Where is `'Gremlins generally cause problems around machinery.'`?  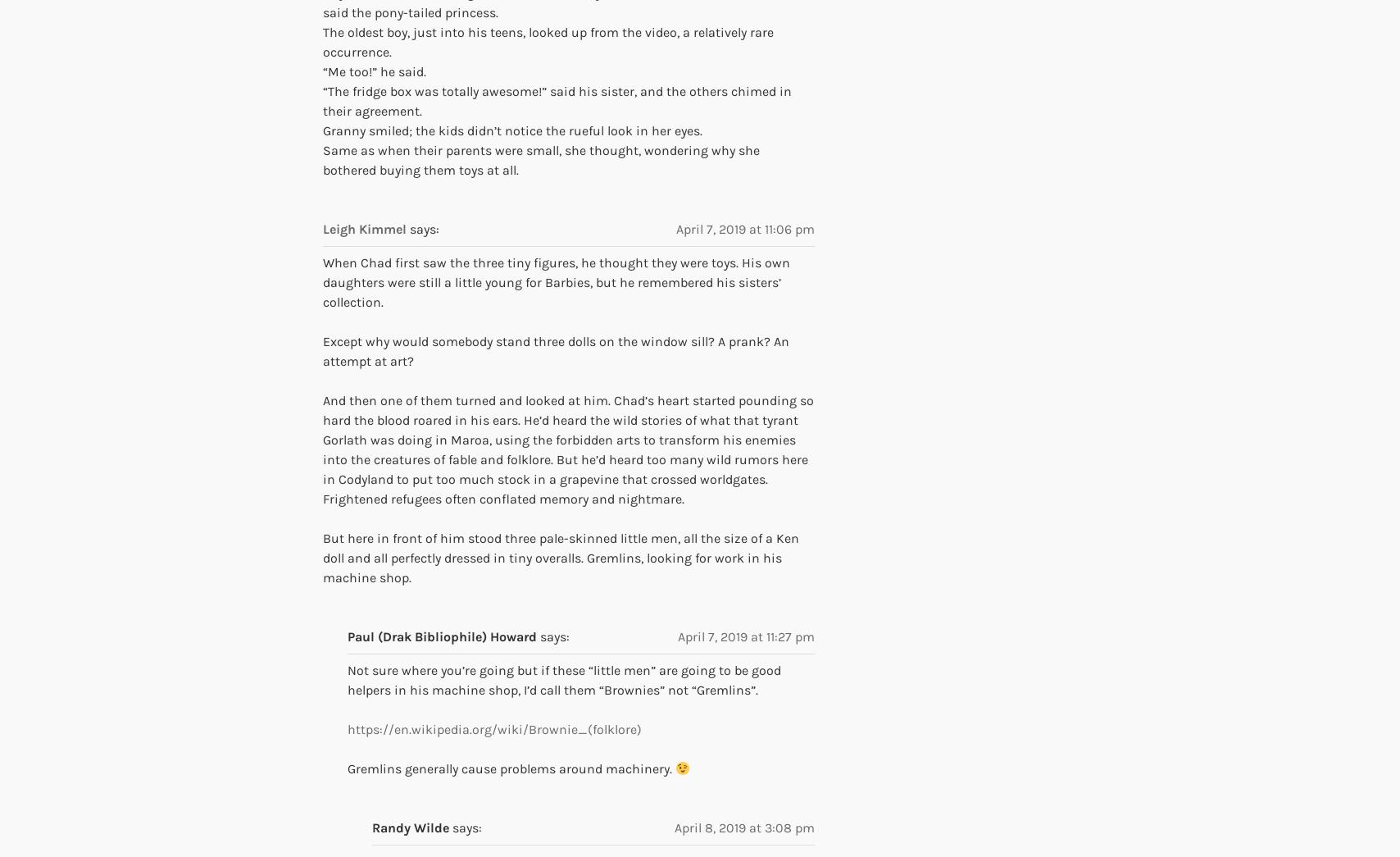 'Gremlins generally cause problems around machinery.' is located at coordinates (511, 768).